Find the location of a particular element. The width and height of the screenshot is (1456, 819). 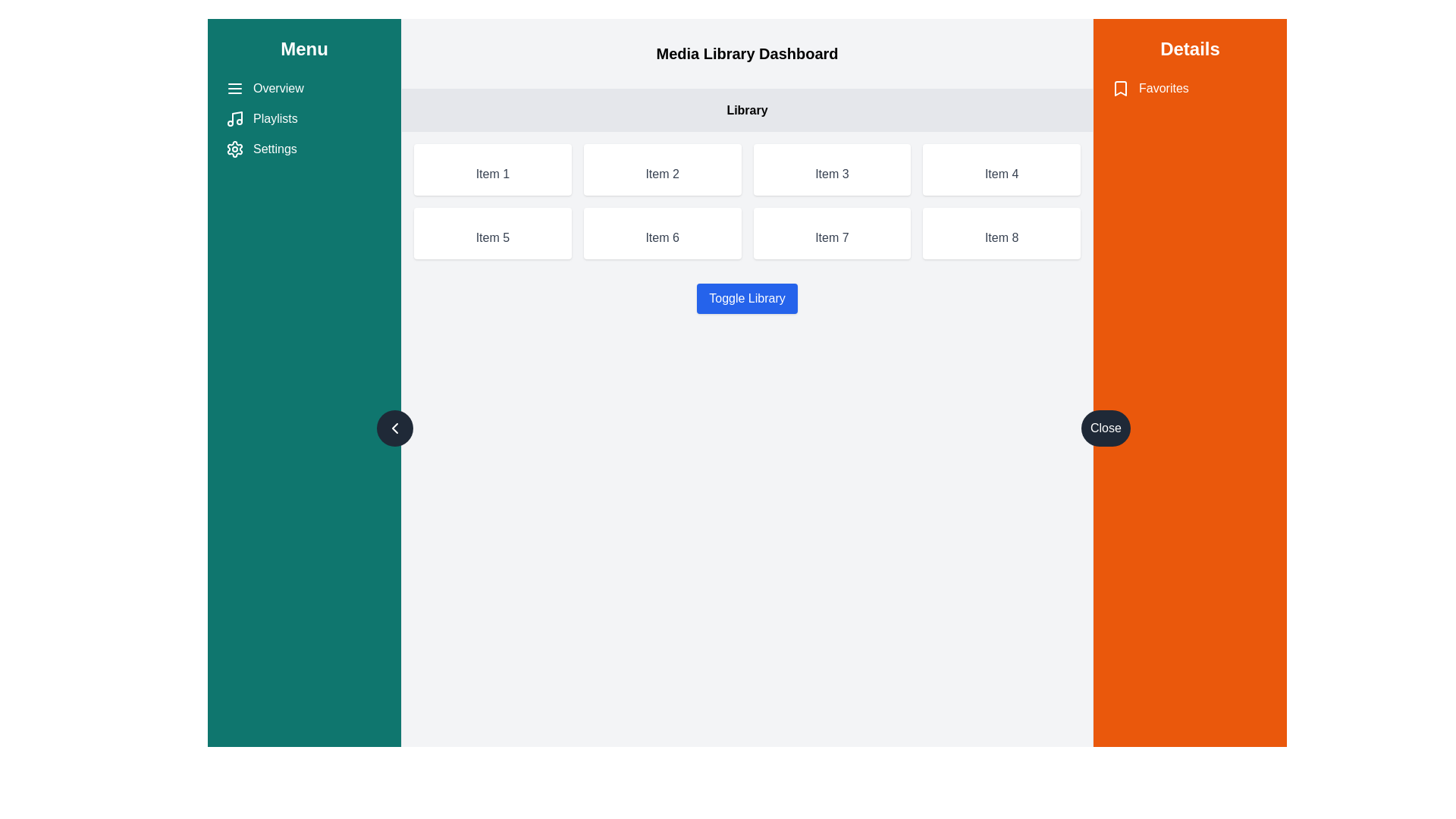

the rectangular blue button labeled 'Toggle Library' is located at coordinates (747, 298).